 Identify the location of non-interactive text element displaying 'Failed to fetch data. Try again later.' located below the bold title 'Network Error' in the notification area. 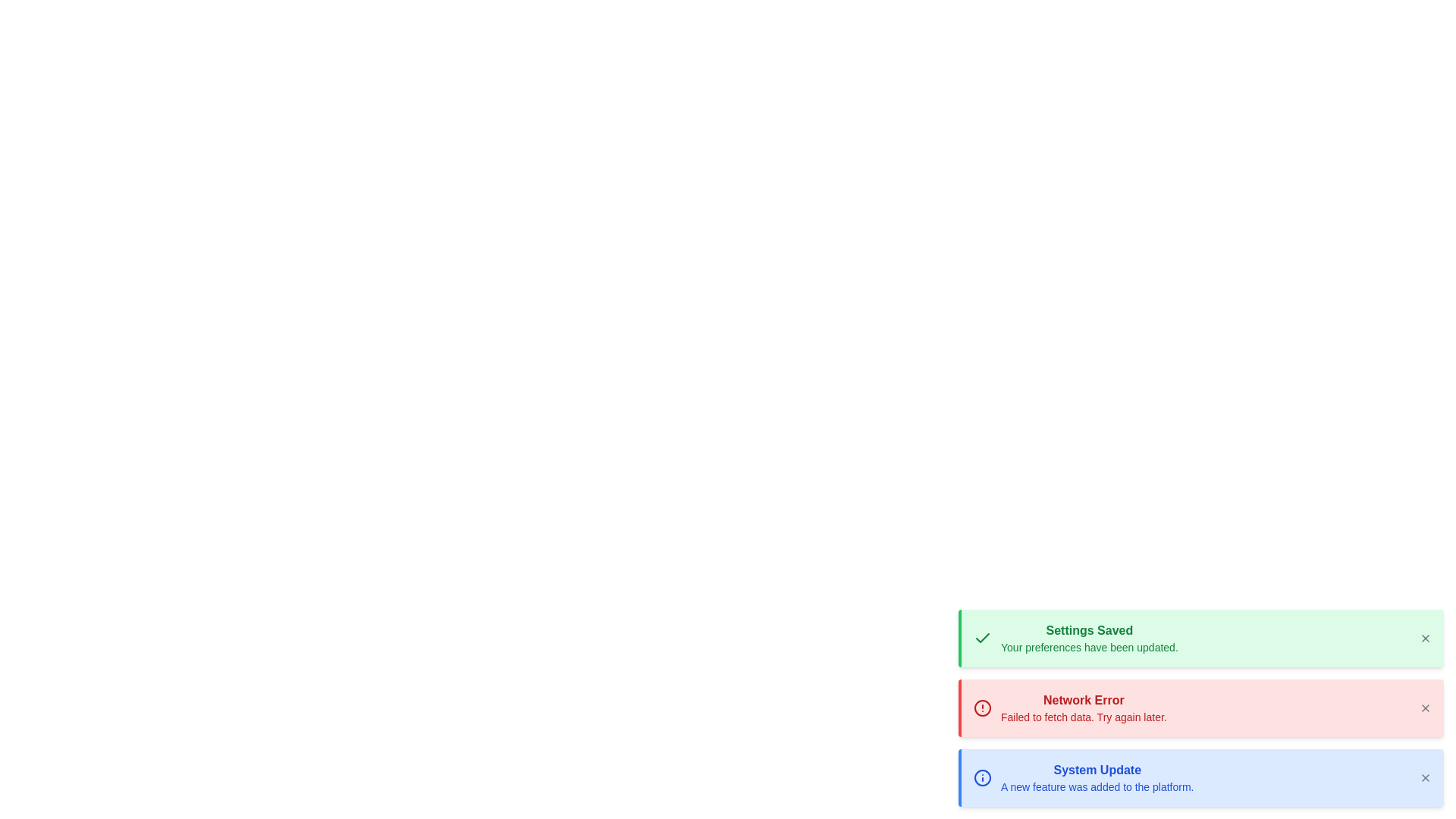
(1083, 717).